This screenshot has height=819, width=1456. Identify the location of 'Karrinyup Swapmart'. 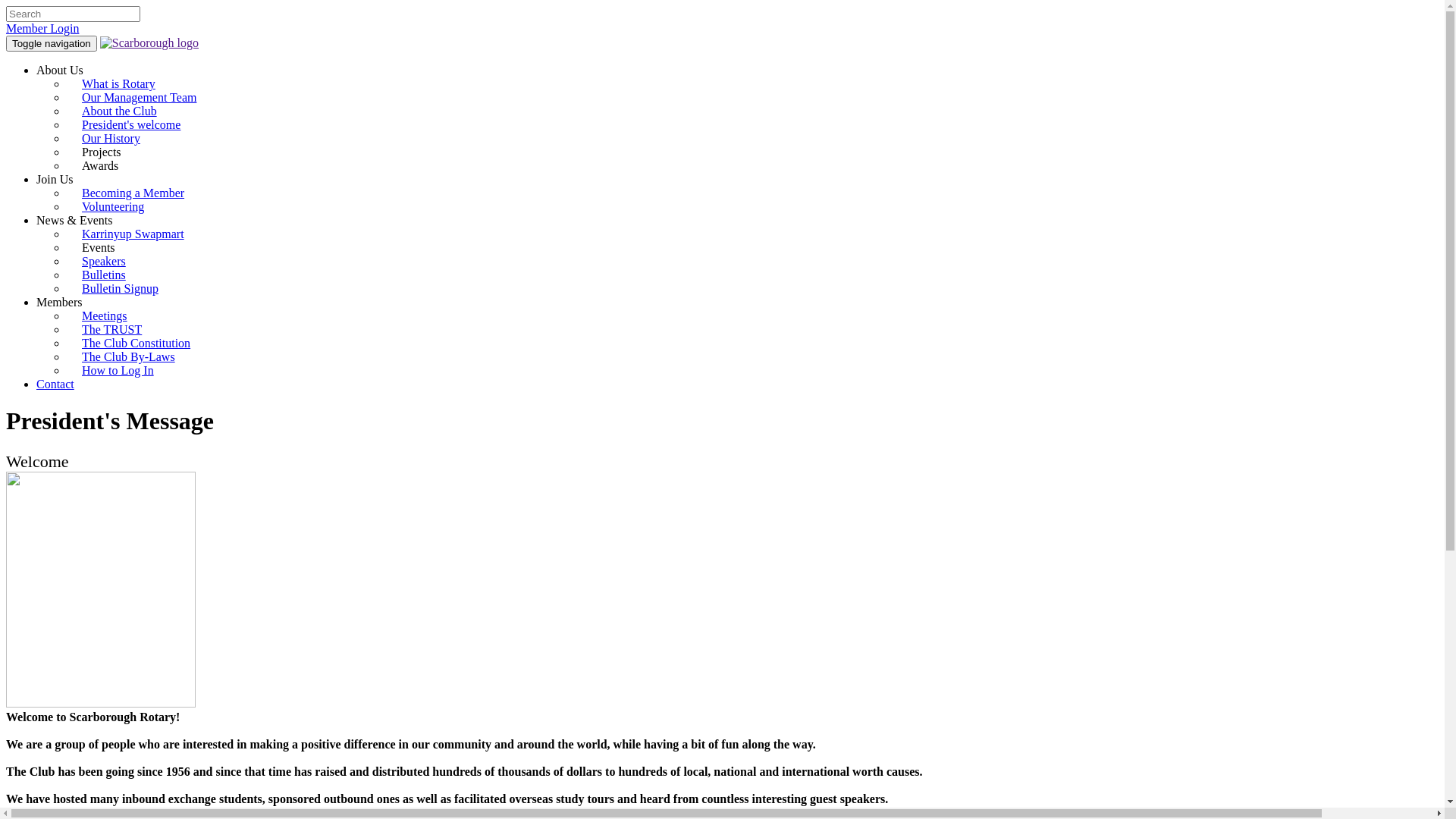
(133, 234).